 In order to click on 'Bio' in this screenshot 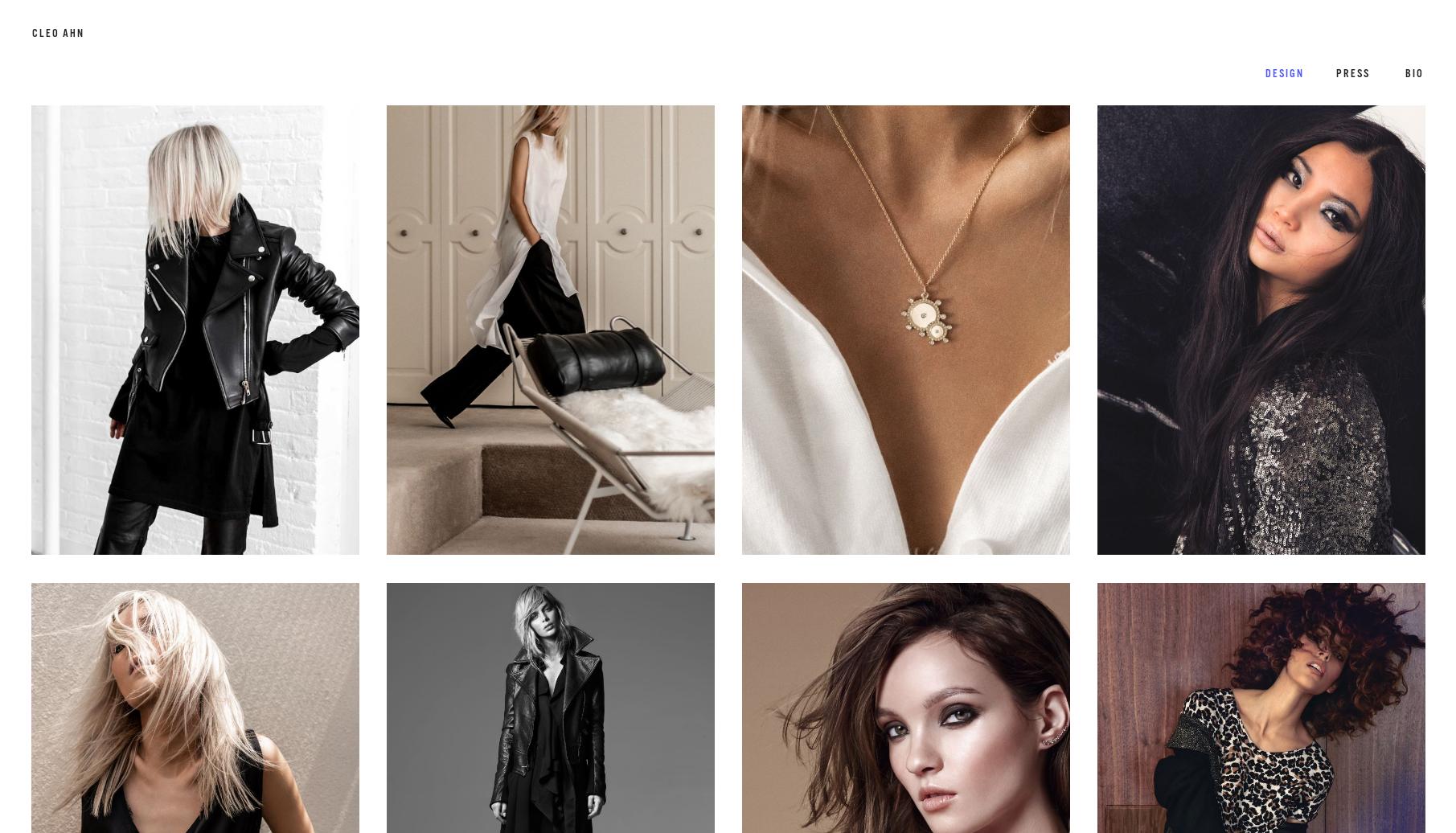, I will do `click(1404, 73)`.